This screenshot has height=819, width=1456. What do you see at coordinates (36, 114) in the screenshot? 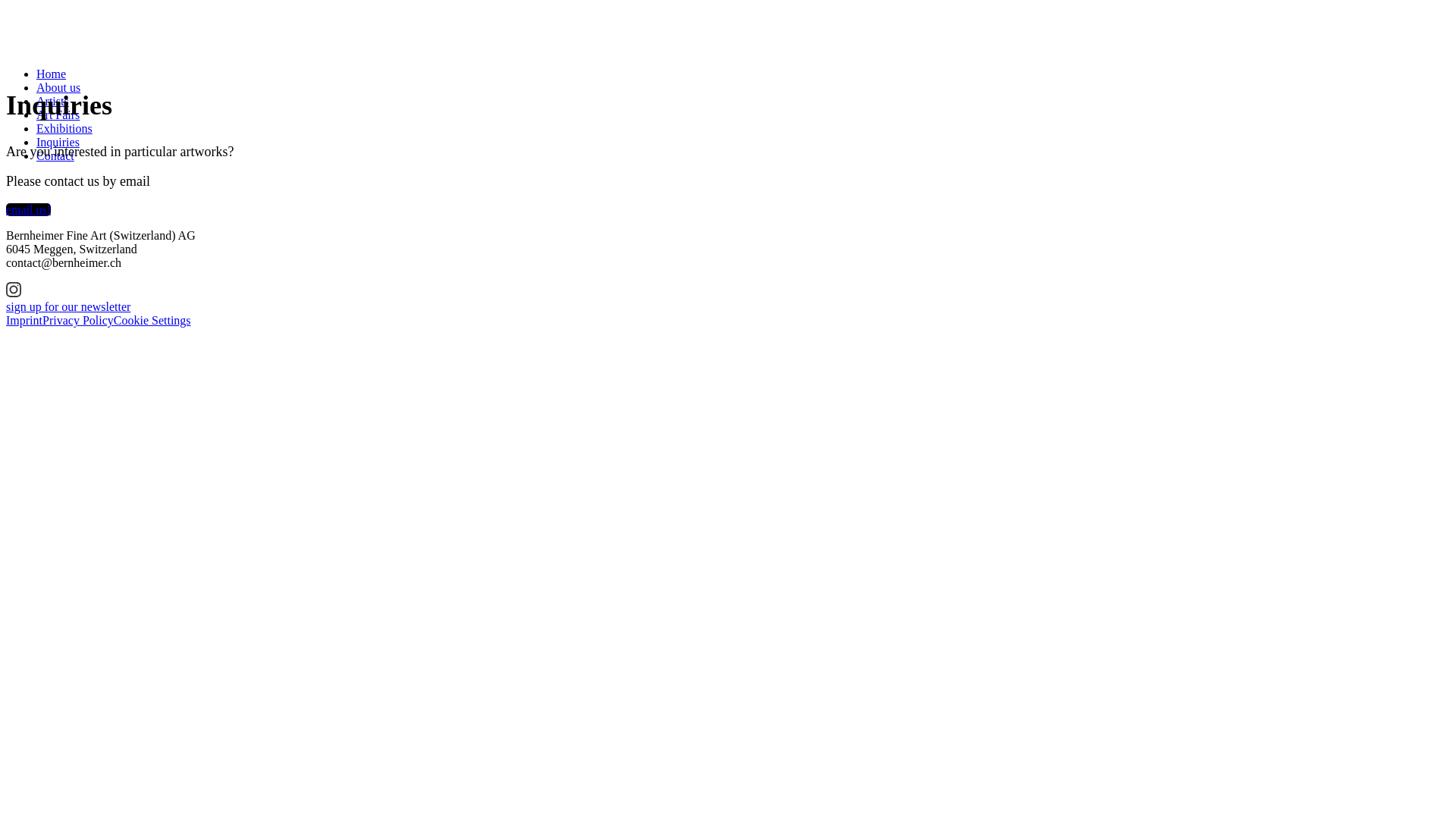
I see `'Art Fairs'` at bounding box center [36, 114].